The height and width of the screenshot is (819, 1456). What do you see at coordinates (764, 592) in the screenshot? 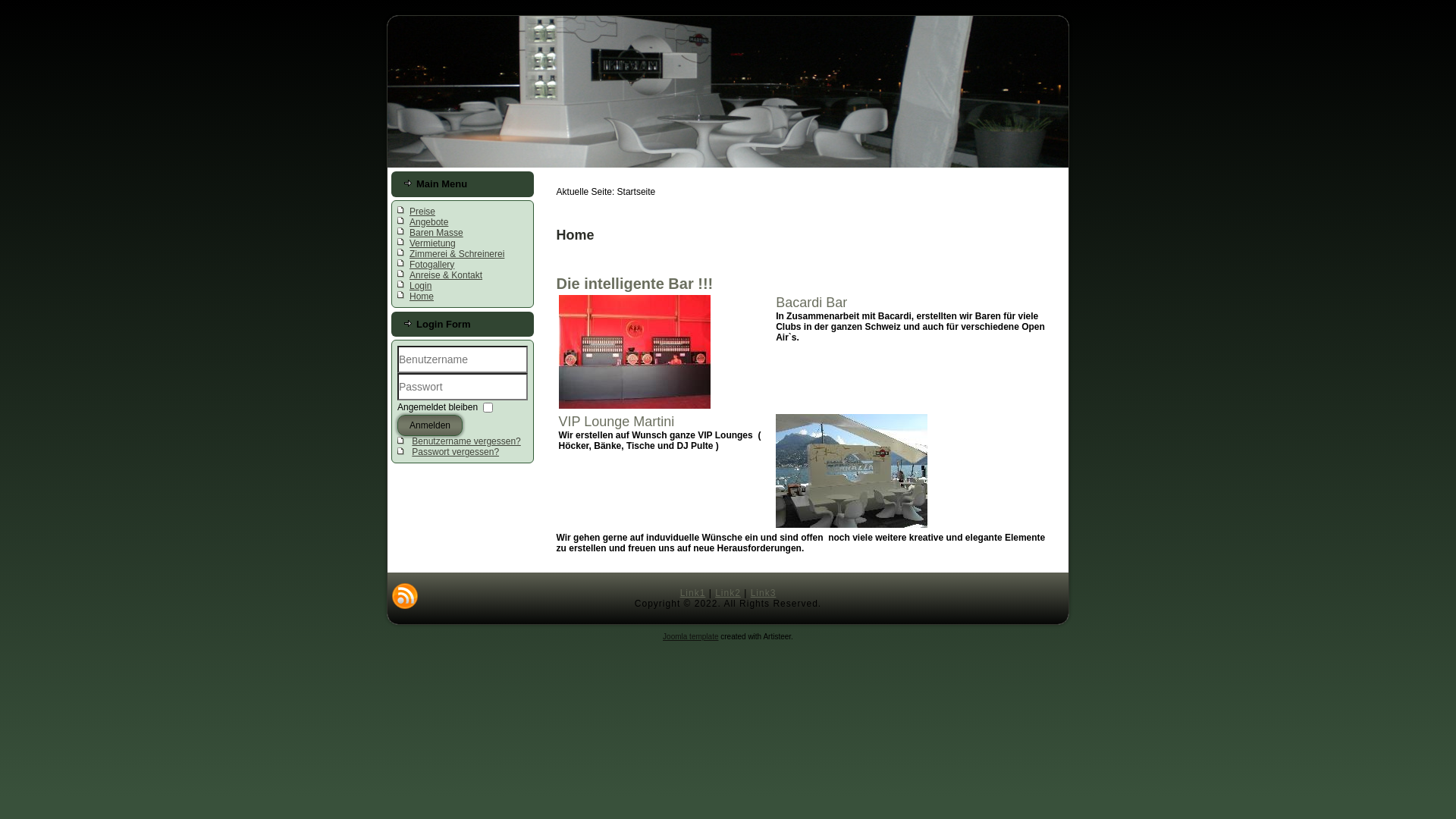
I see `'Link3'` at bounding box center [764, 592].